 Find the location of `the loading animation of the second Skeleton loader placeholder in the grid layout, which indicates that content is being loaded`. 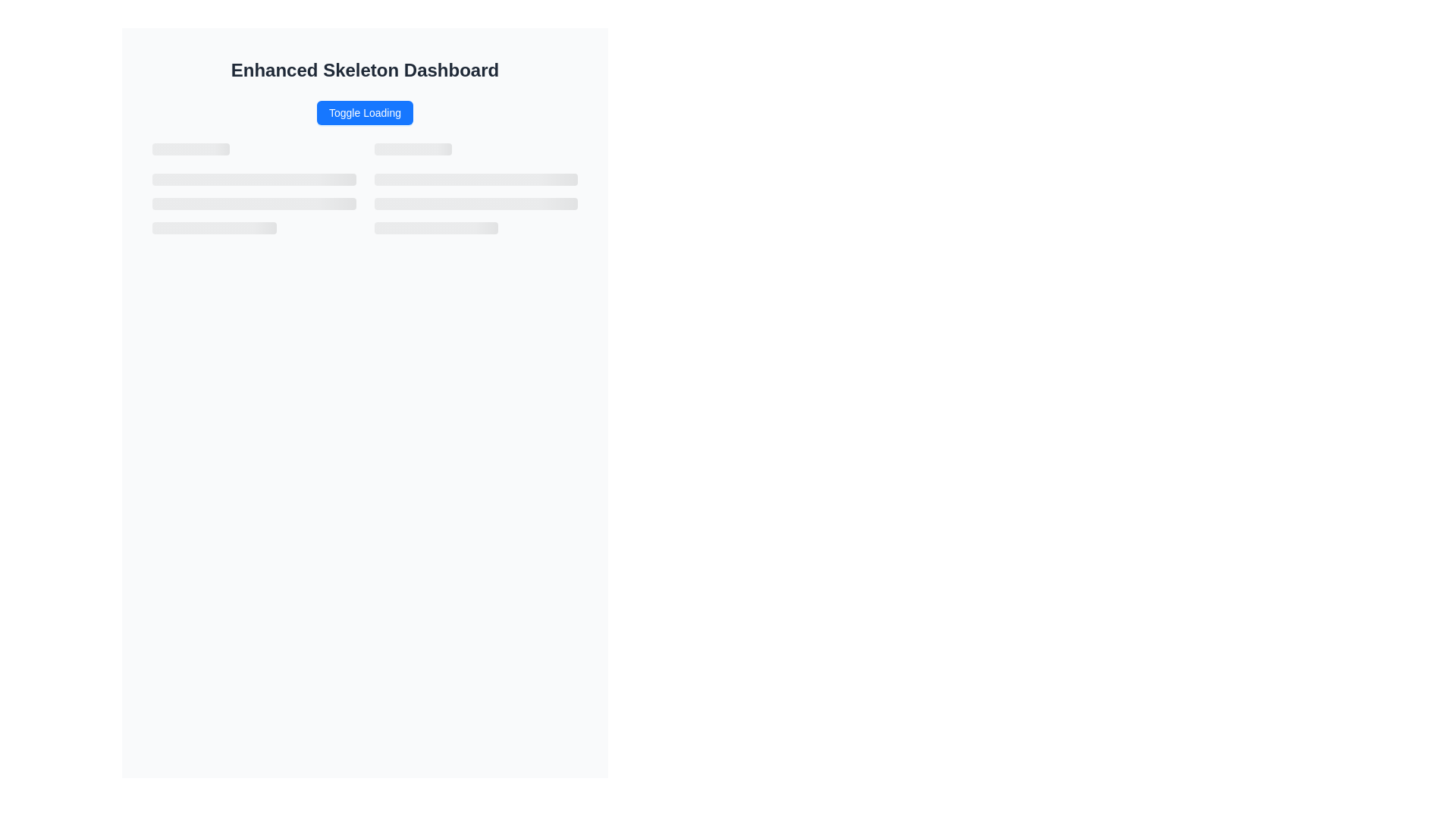

the loading animation of the second Skeleton loader placeholder in the grid layout, which indicates that content is being loaded is located at coordinates (475, 188).